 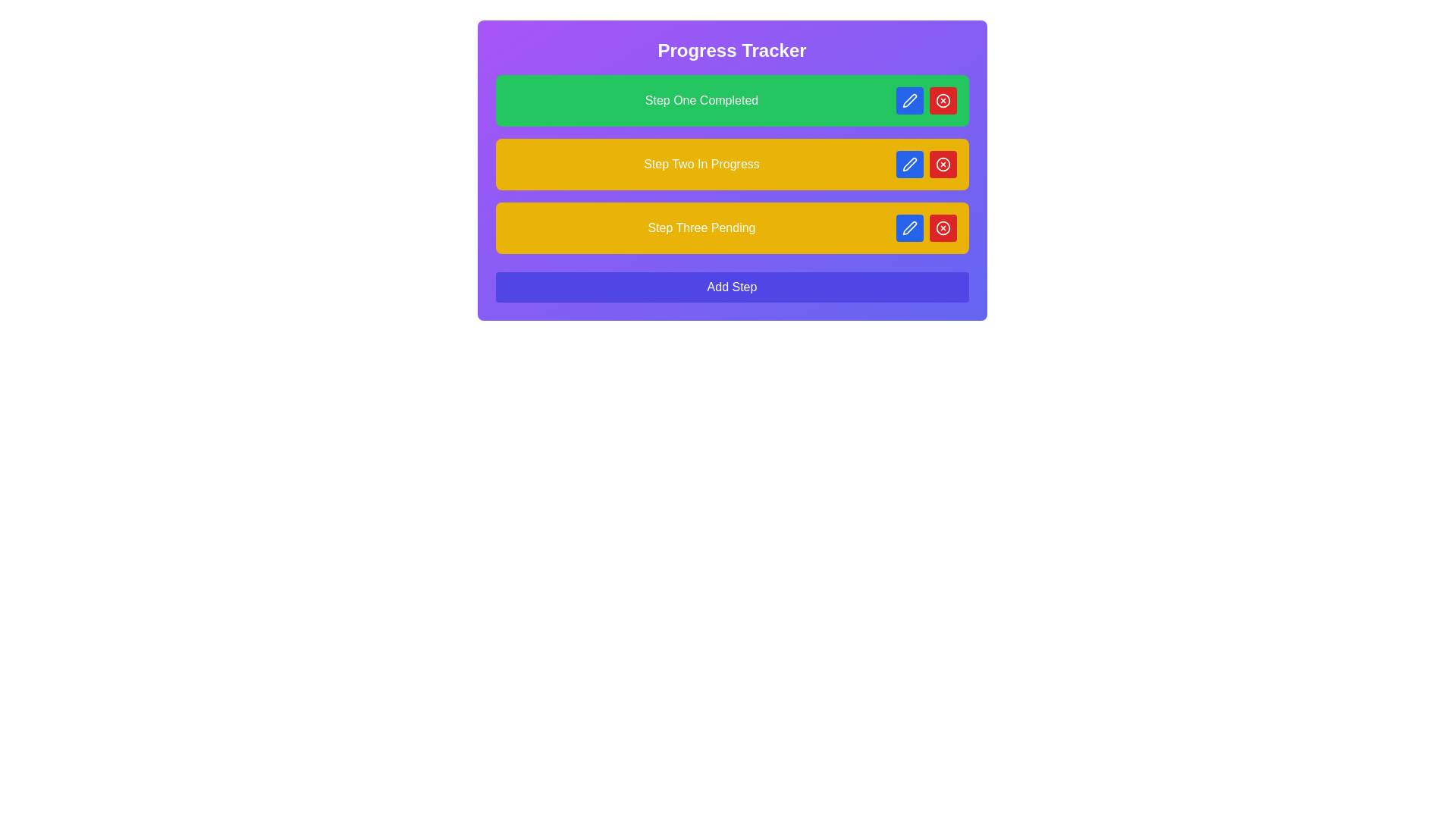 I want to click on the button located in the lower row of the 'Step Three Pending' section, so click(x=909, y=227).